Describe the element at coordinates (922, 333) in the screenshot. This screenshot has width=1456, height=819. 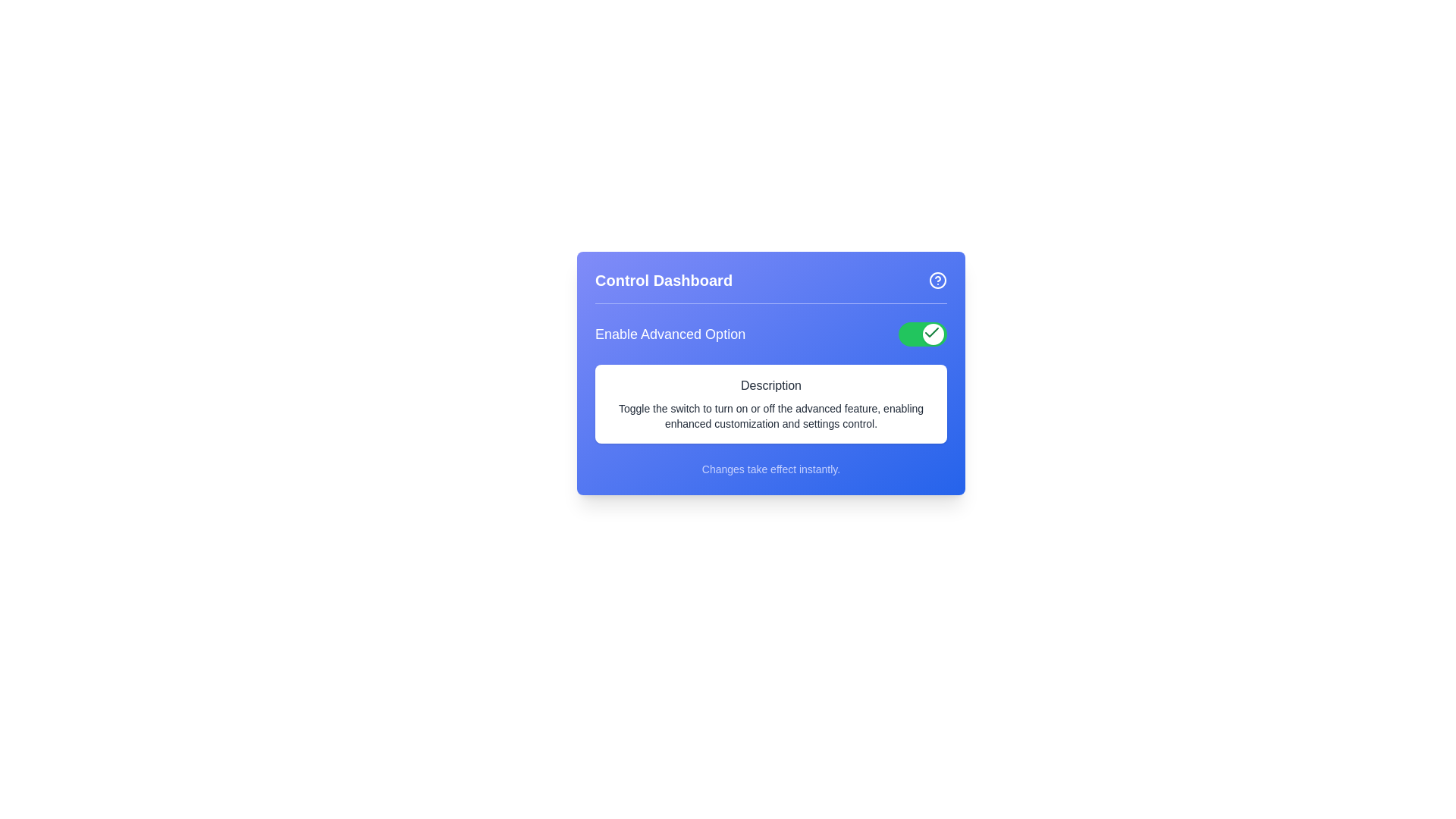
I see `the toggle switch with a green background and a circular white handle` at that location.